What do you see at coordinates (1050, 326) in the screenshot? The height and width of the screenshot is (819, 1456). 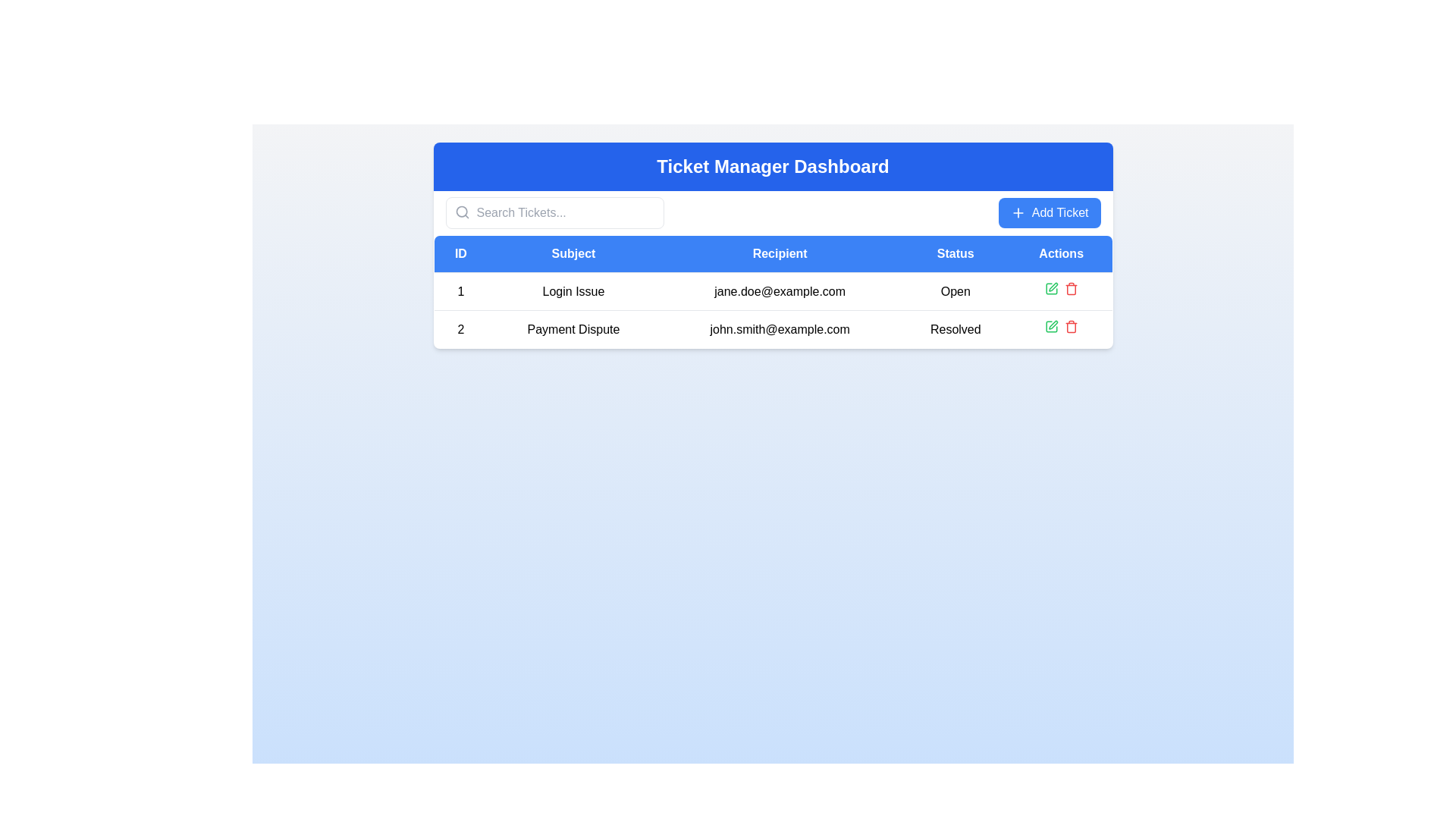 I see `the green pencil icon button in the 'Actions' column of the second row of the table` at bounding box center [1050, 326].